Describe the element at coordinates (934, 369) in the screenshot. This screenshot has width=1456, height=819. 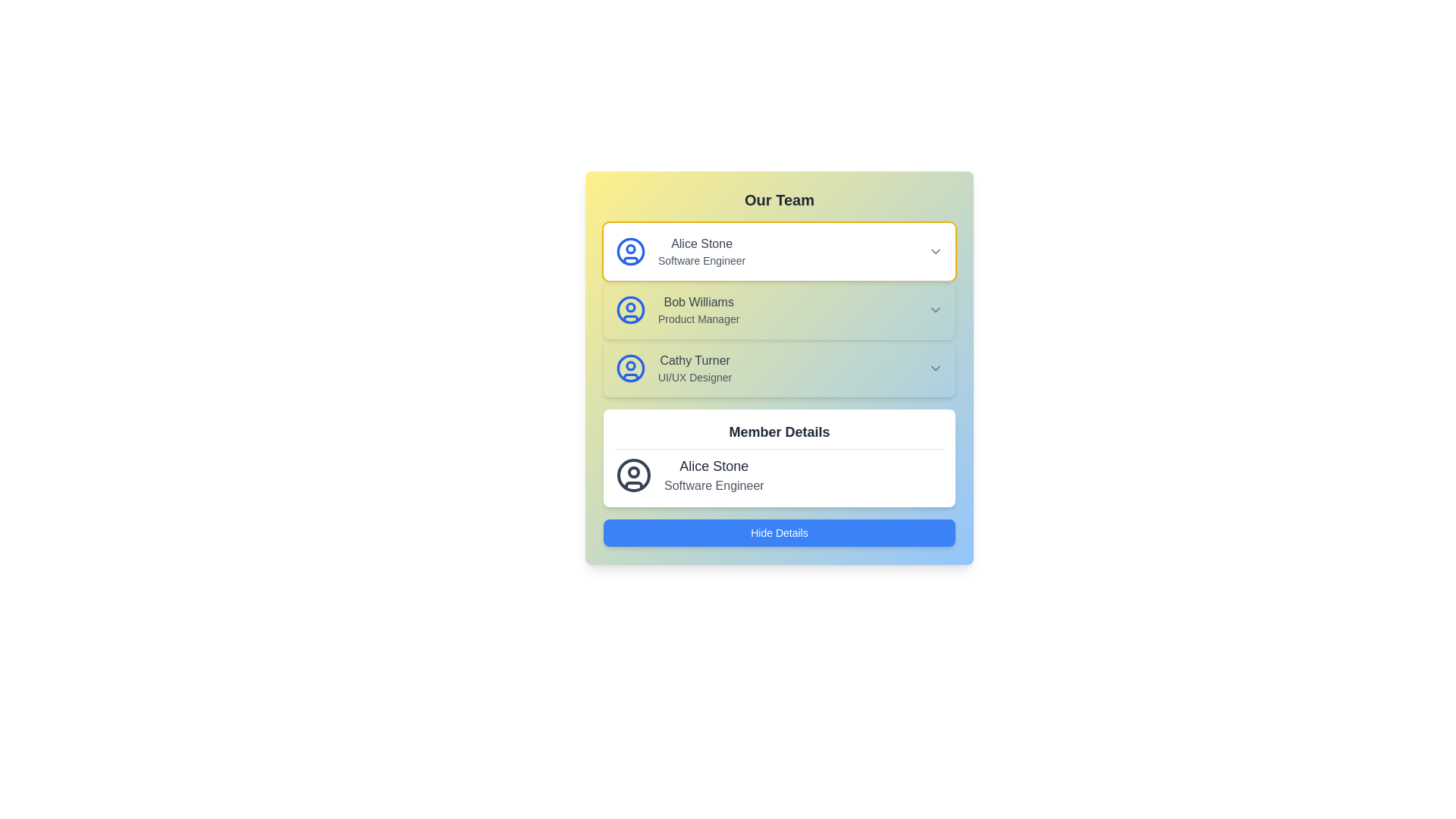
I see `the toggle icon located on the far right of the section containing 'Cathy Turner' and 'UI/UX Designer'` at that location.